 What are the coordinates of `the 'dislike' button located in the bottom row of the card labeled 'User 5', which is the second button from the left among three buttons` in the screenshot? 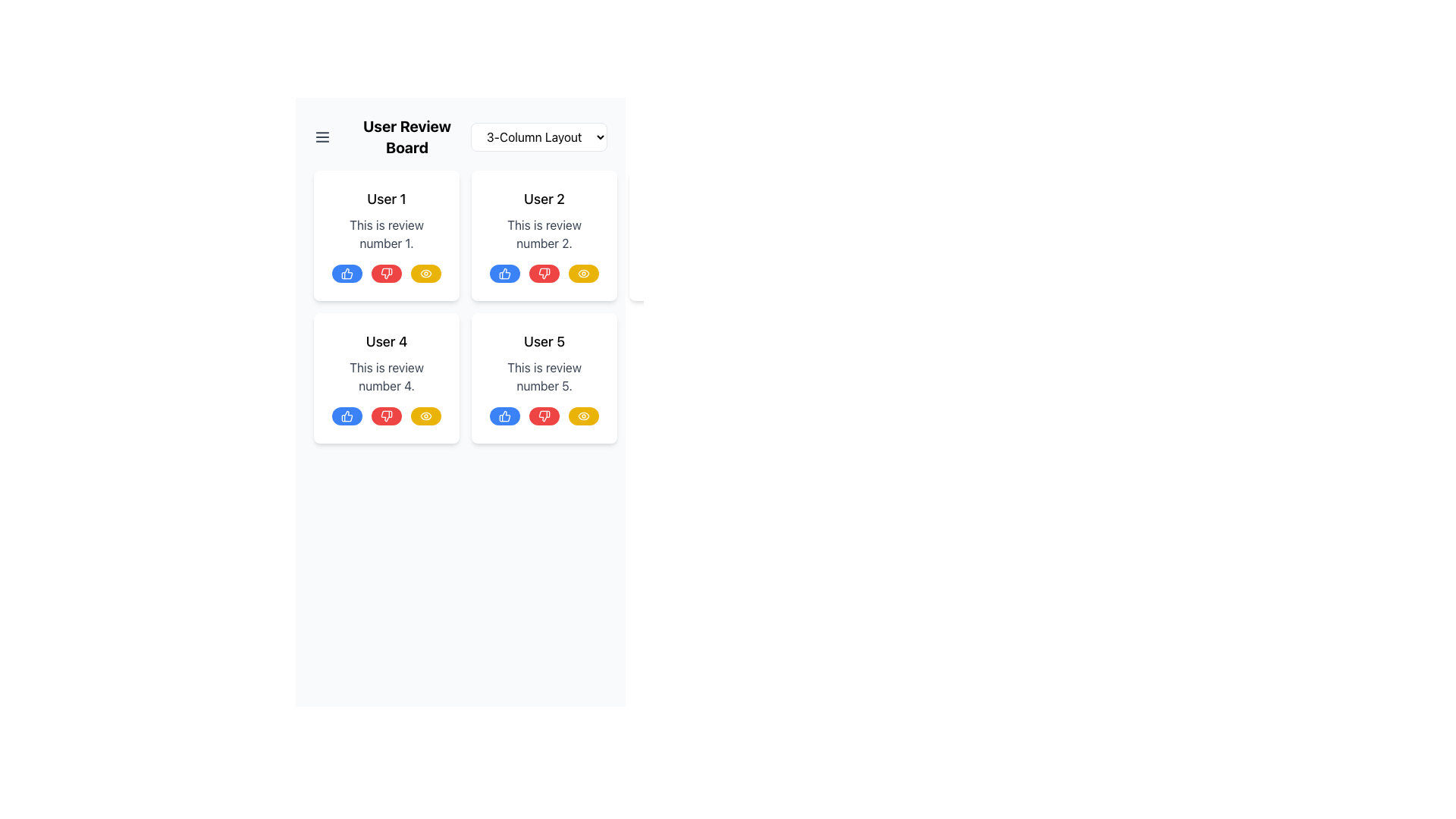 It's located at (544, 416).